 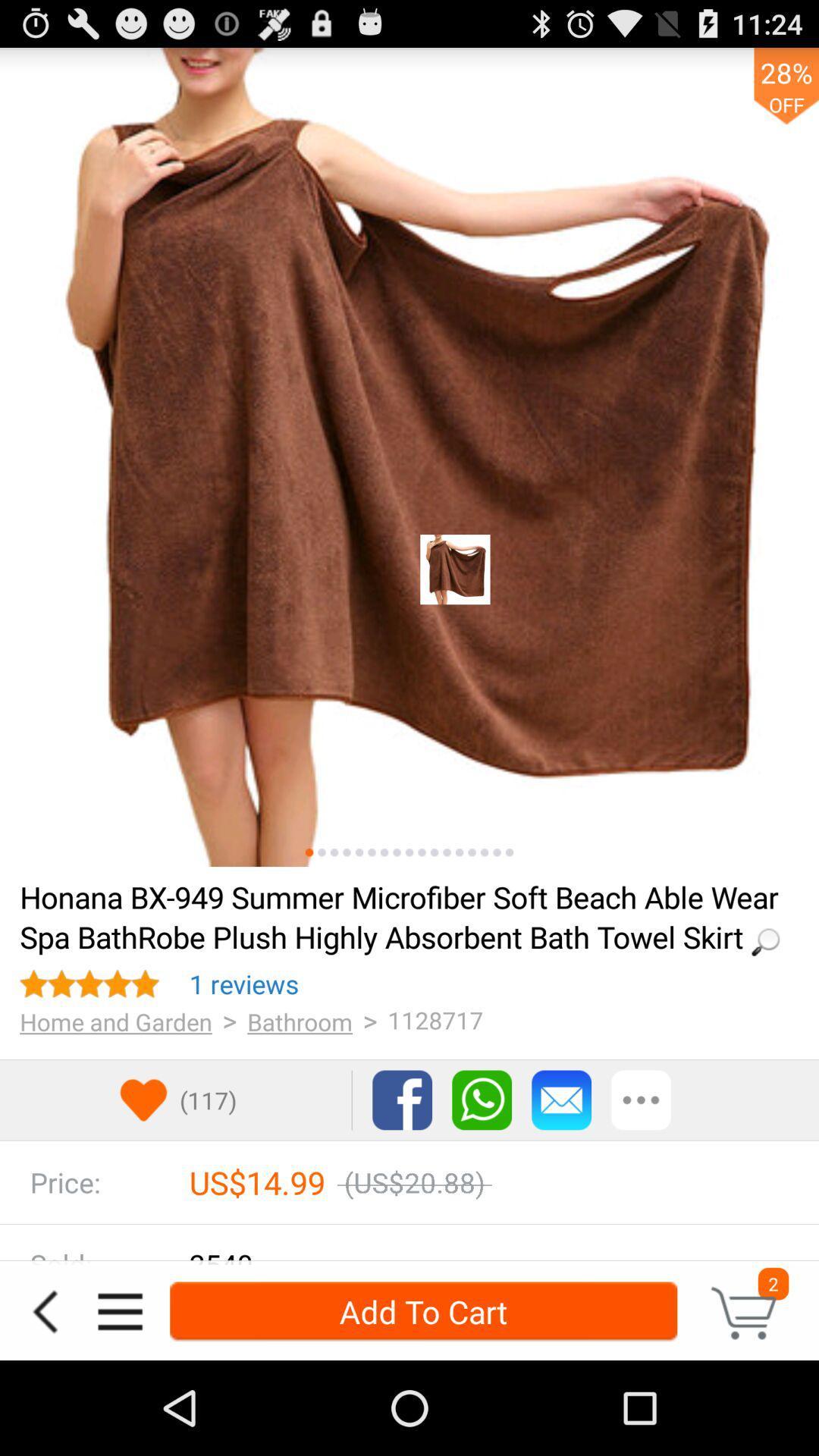 I want to click on next photograph, so click(x=497, y=852).